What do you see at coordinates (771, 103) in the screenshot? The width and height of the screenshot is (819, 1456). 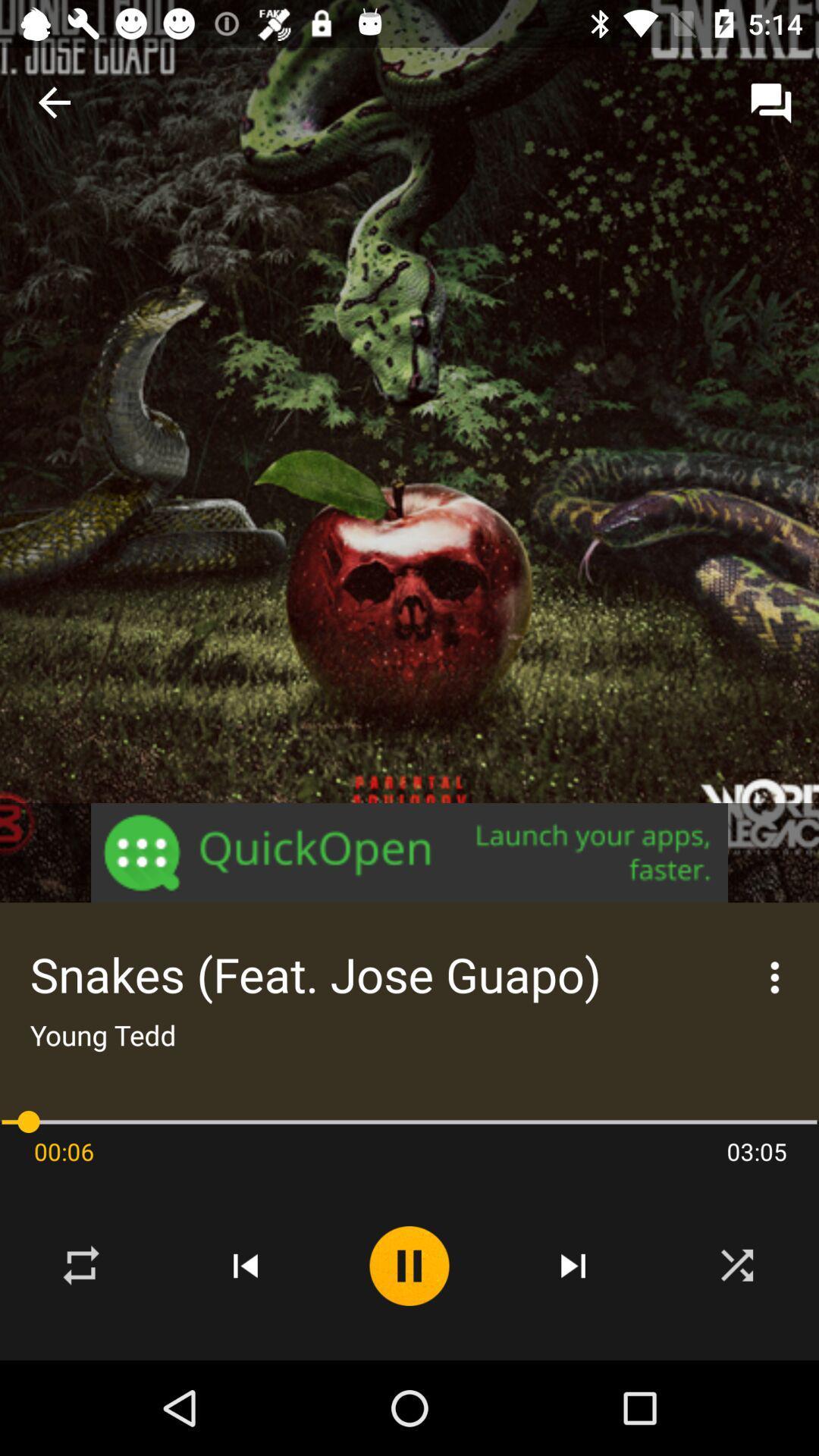 I see `the message icon from the top right corner of the page` at bounding box center [771, 103].